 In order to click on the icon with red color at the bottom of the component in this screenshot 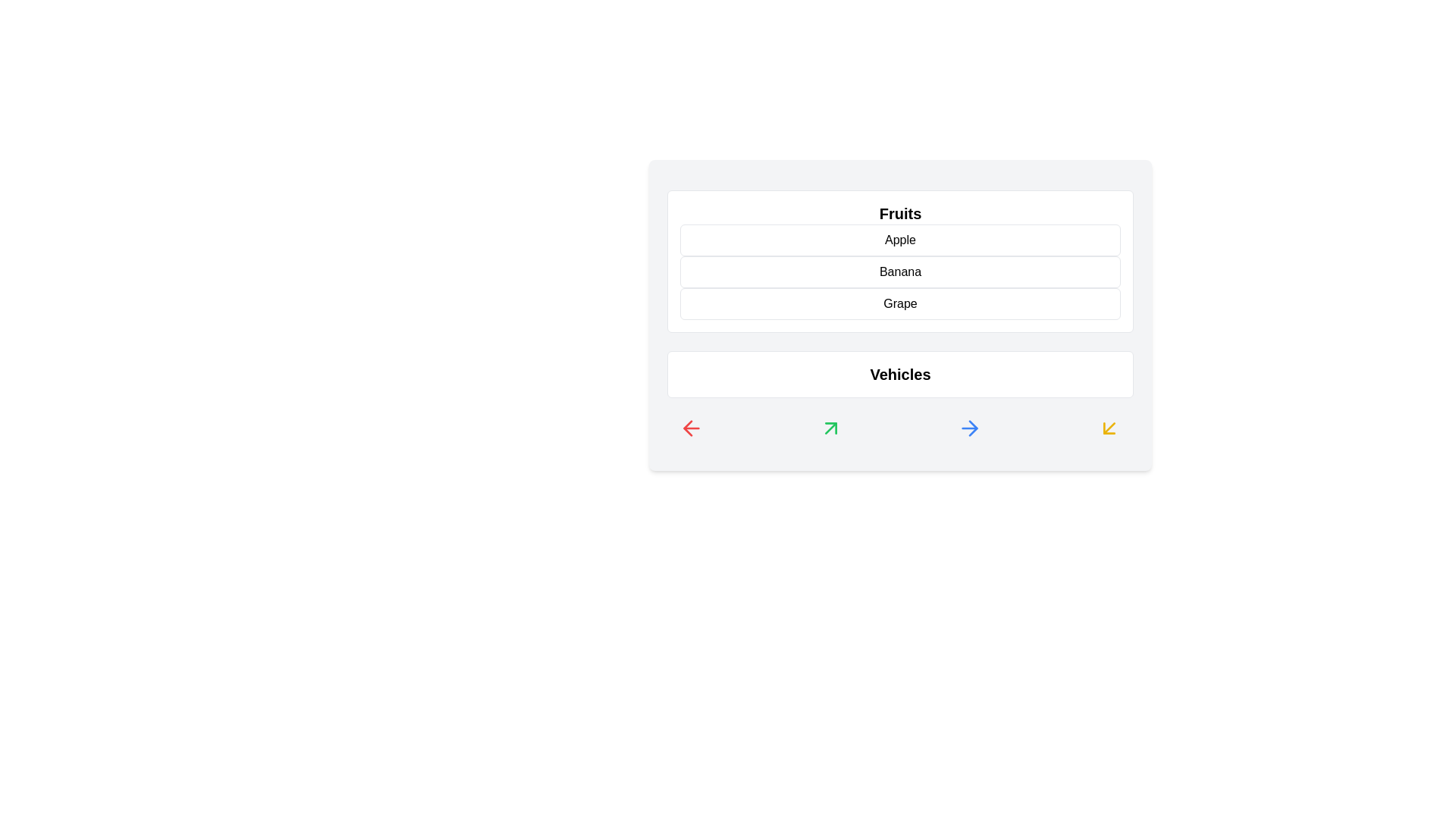, I will do `click(691, 428)`.